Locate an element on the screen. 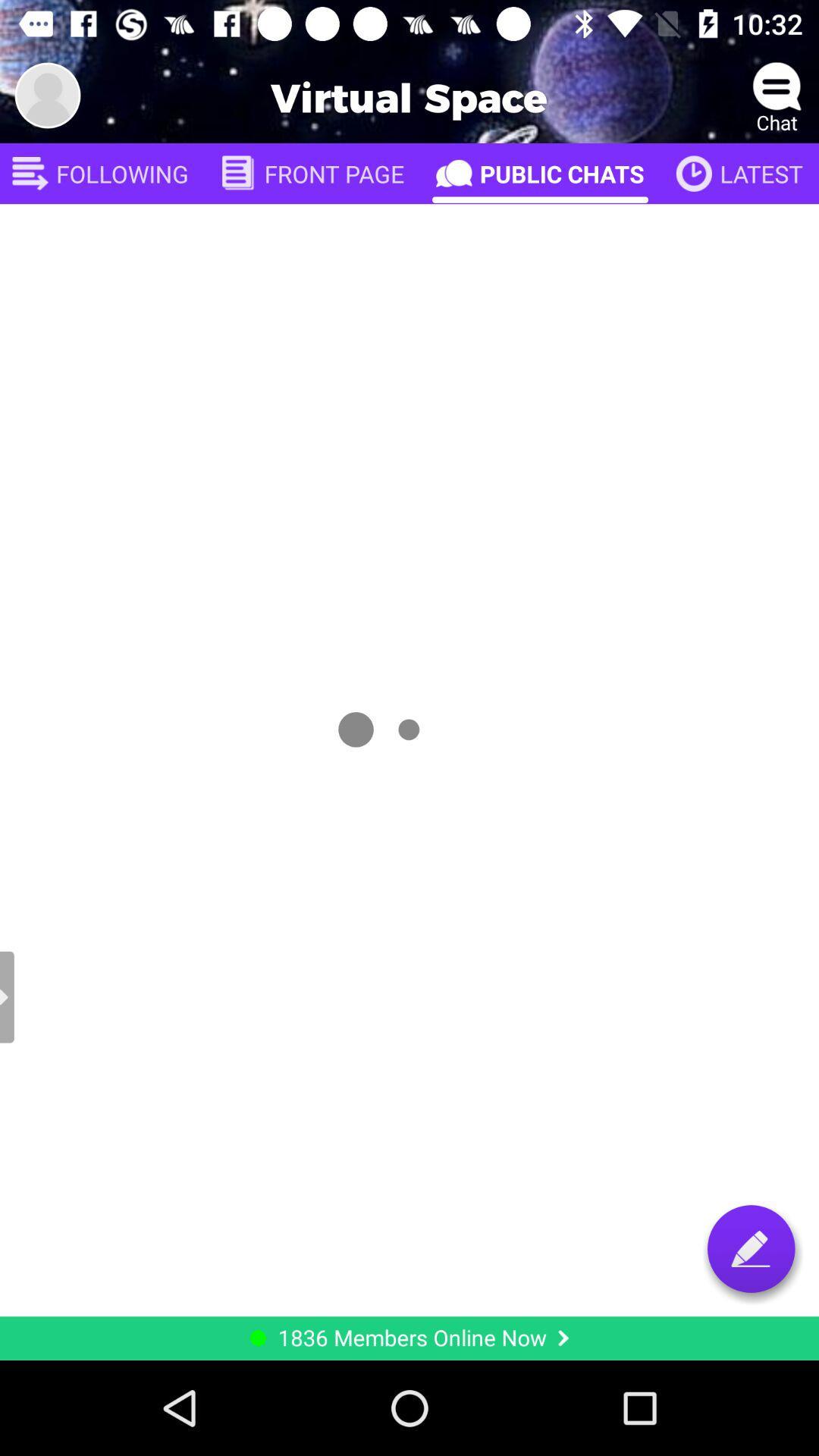 This screenshot has height=1456, width=819. view profile is located at coordinates (46, 94).